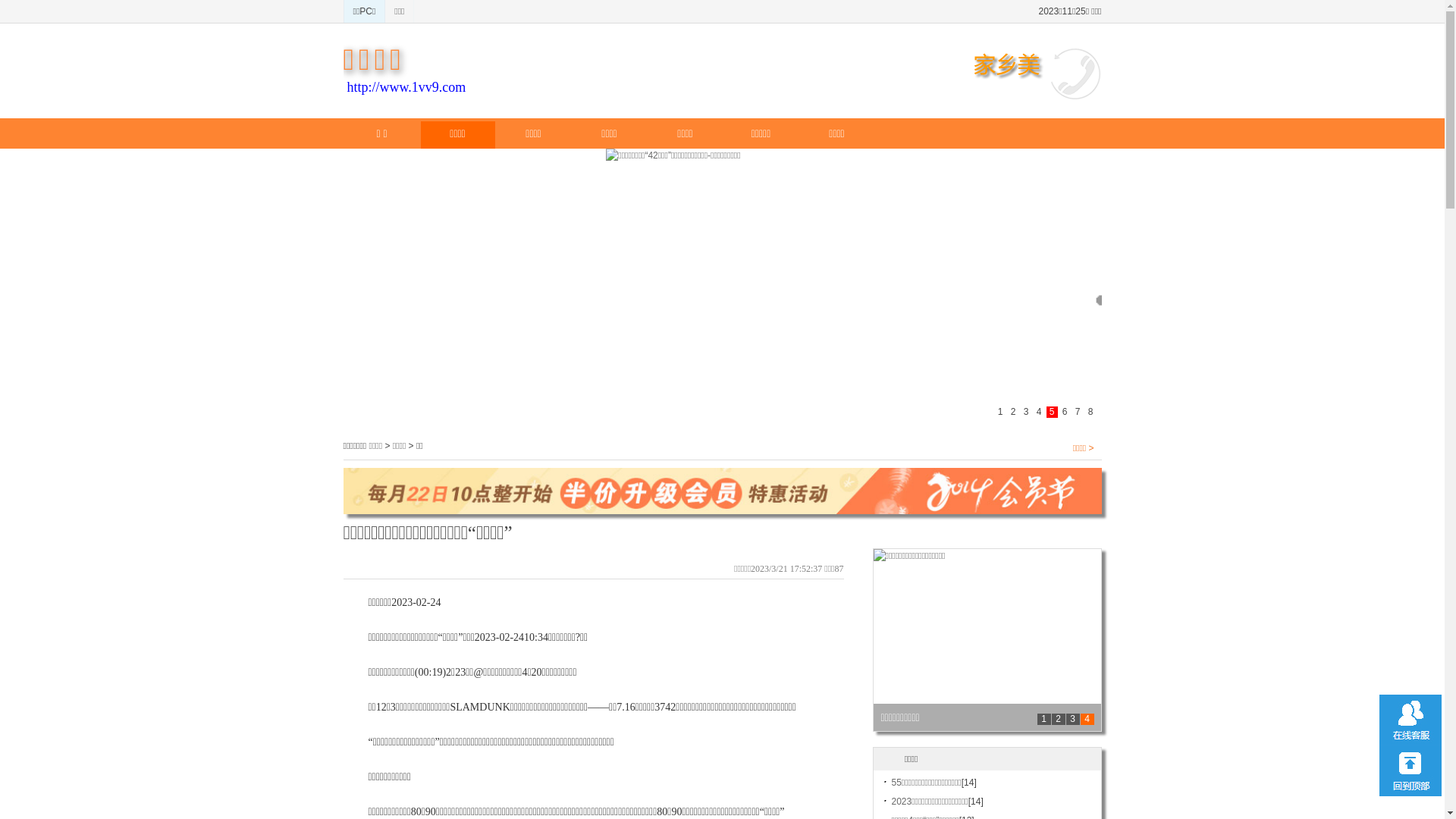 The height and width of the screenshot is (819, 1456). What do you see at coordinates (1072, 718) in the screenshot?
I see `'3'` at bounding box center [1072, 718].